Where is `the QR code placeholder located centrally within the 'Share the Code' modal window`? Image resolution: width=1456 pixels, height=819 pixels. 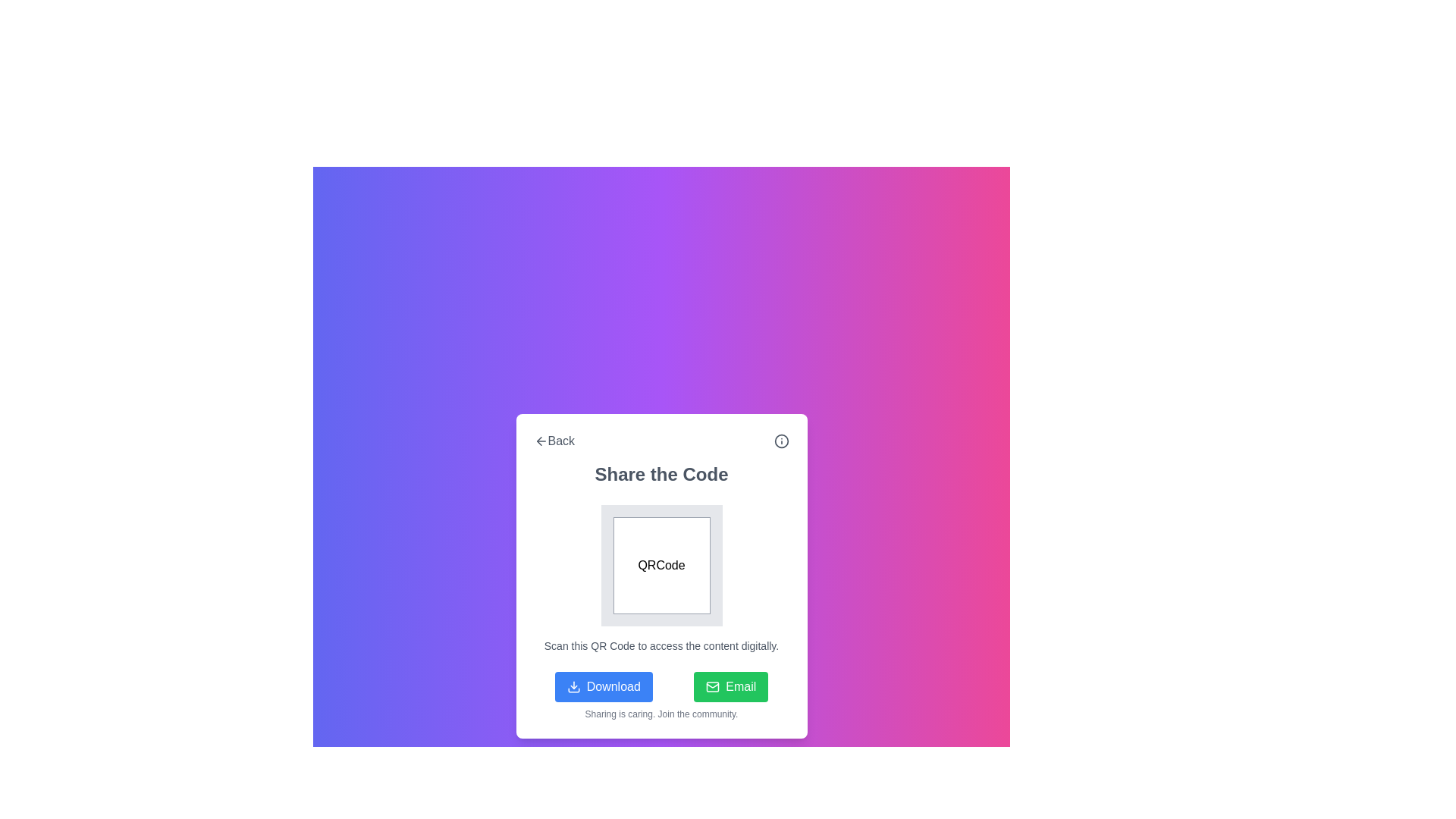 the QR code placeholder located centrally within the 'Share the Code' modal window is located at coordinates (661, 565).